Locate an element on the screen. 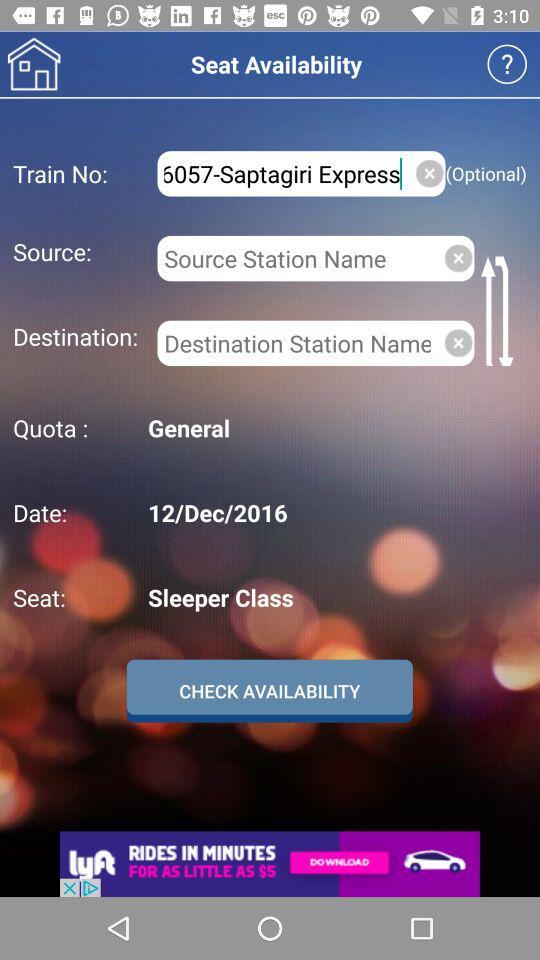  icon to the right of seat: icon is located at coordinates (334, 597).